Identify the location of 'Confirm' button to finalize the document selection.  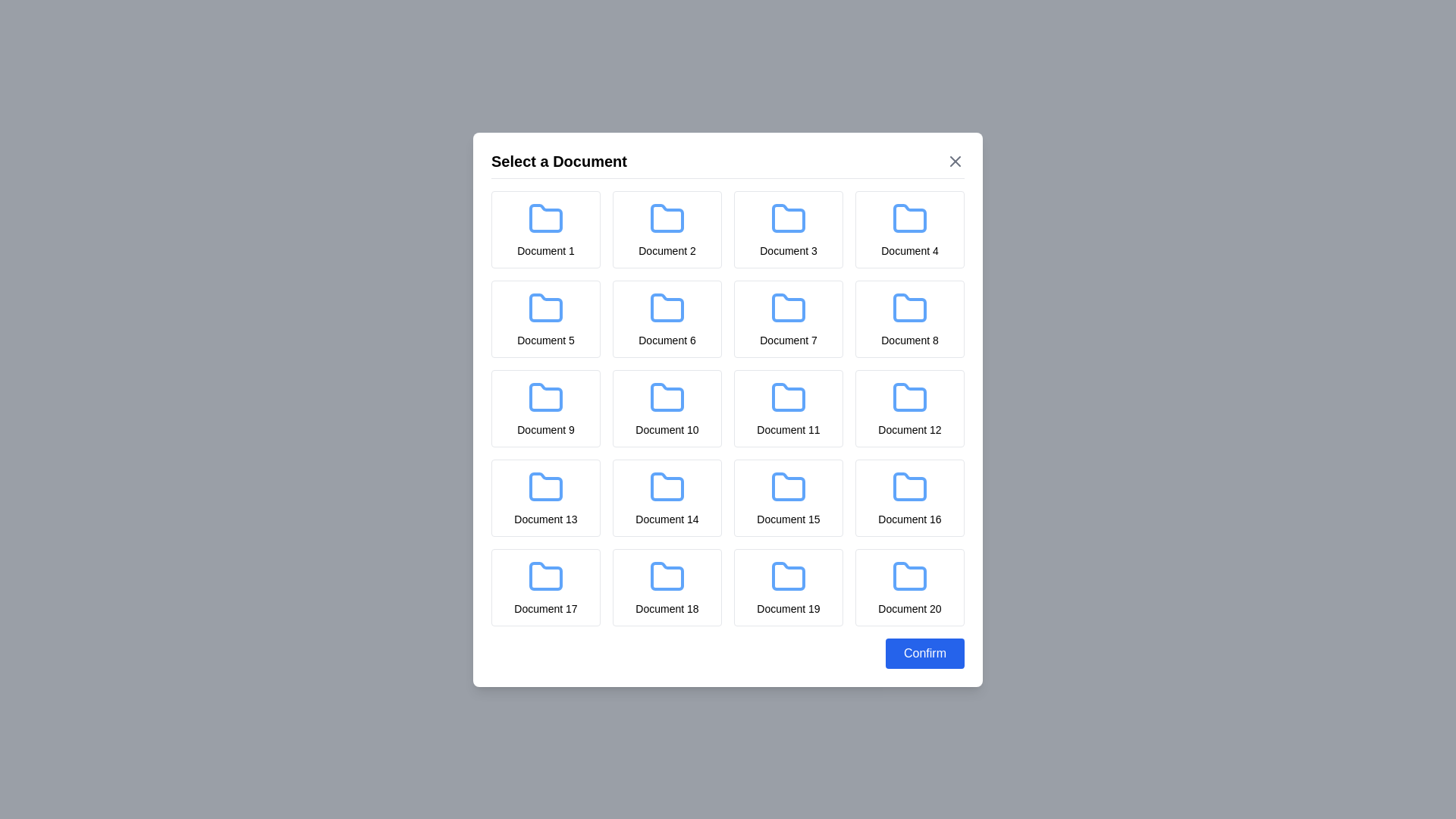
(924, 652).